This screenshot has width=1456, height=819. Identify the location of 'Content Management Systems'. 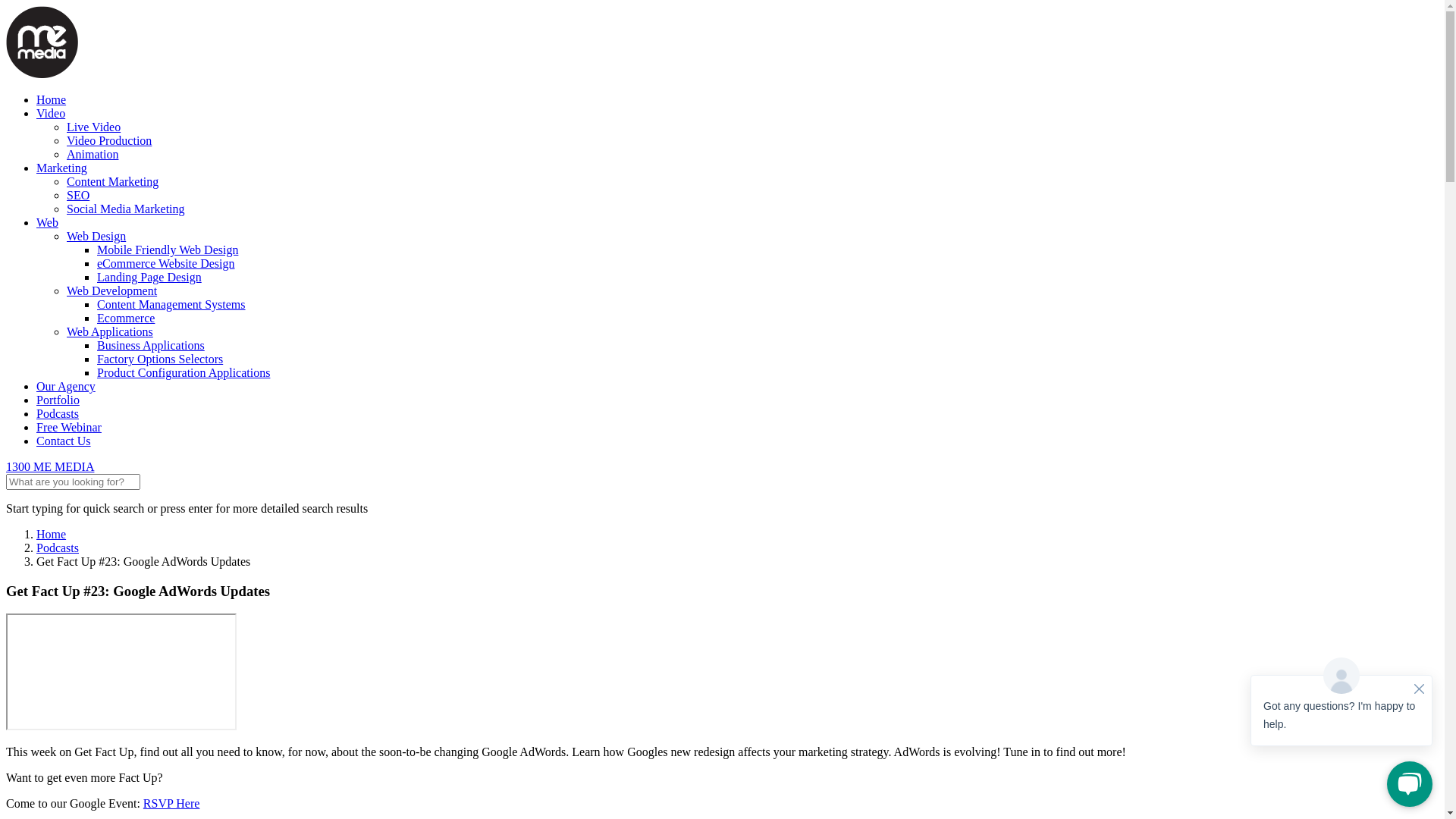
(171, 304).